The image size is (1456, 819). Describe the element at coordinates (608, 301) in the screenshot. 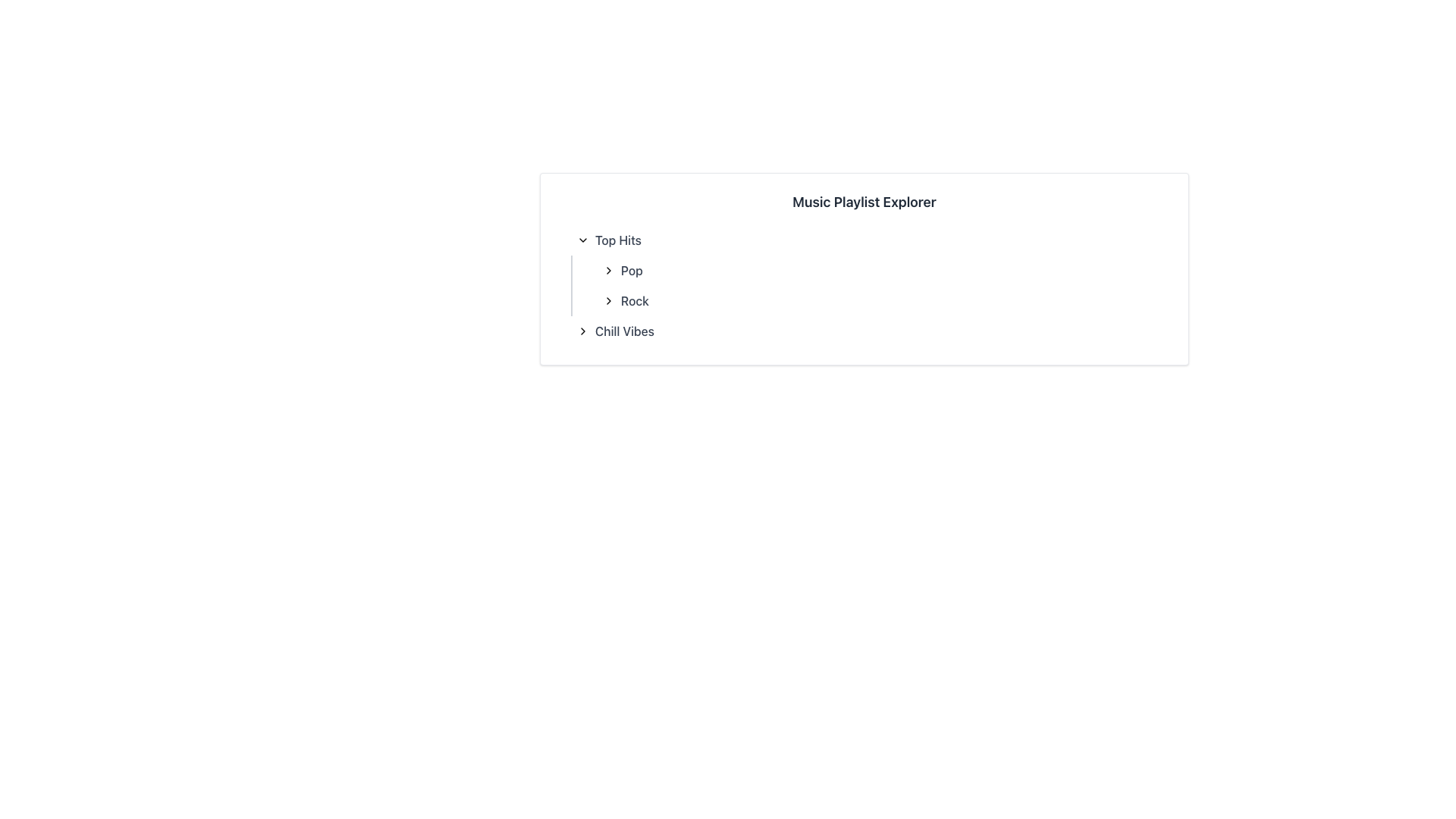

I see `the rightward-pointing chevron icon located to the left of the text 'Rock' in the clickable list item under the 'Top Hits' category to observe any visual feedback` at that location.